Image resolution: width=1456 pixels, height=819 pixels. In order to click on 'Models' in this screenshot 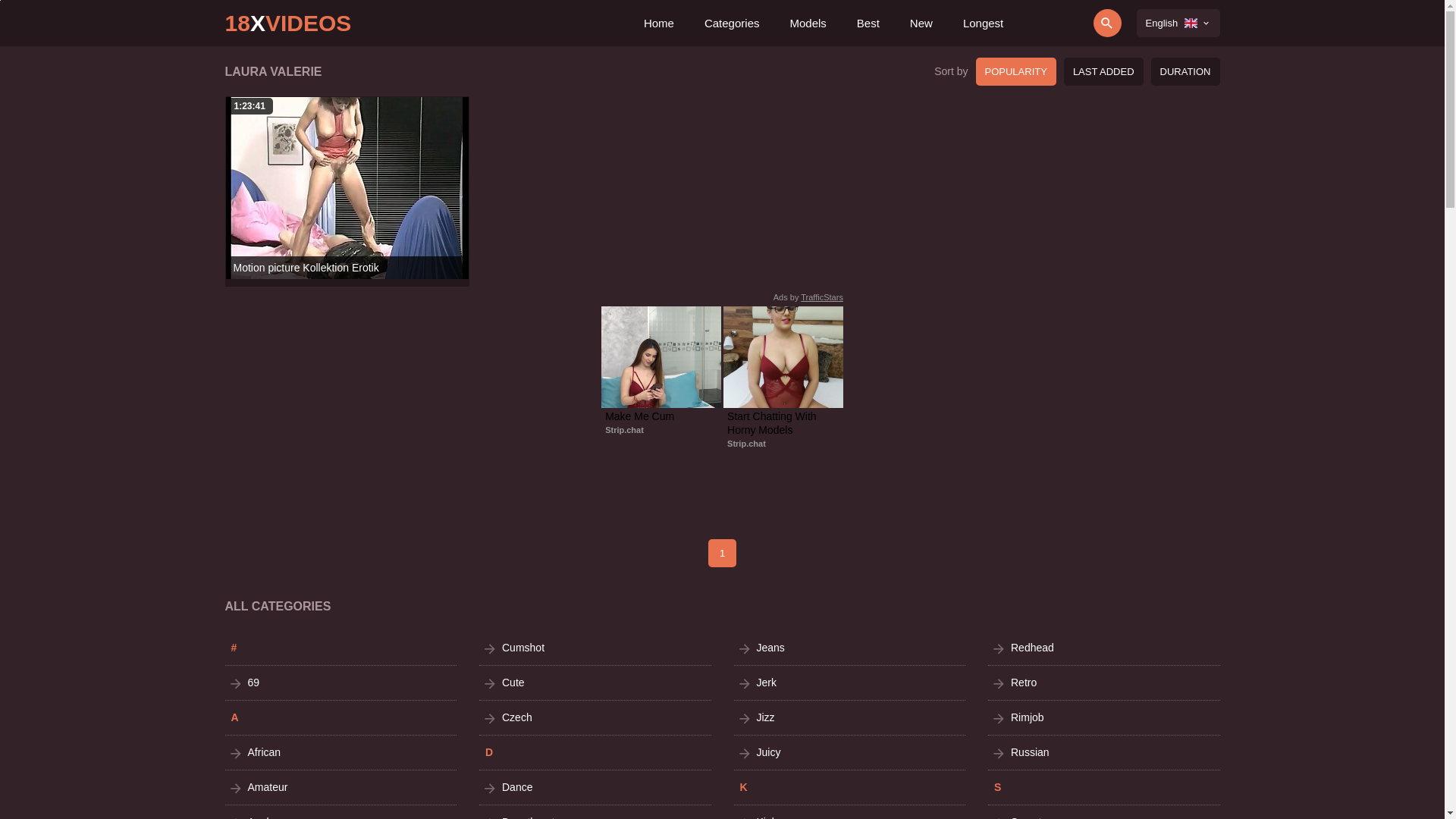, I will do `click(807, 23)`.